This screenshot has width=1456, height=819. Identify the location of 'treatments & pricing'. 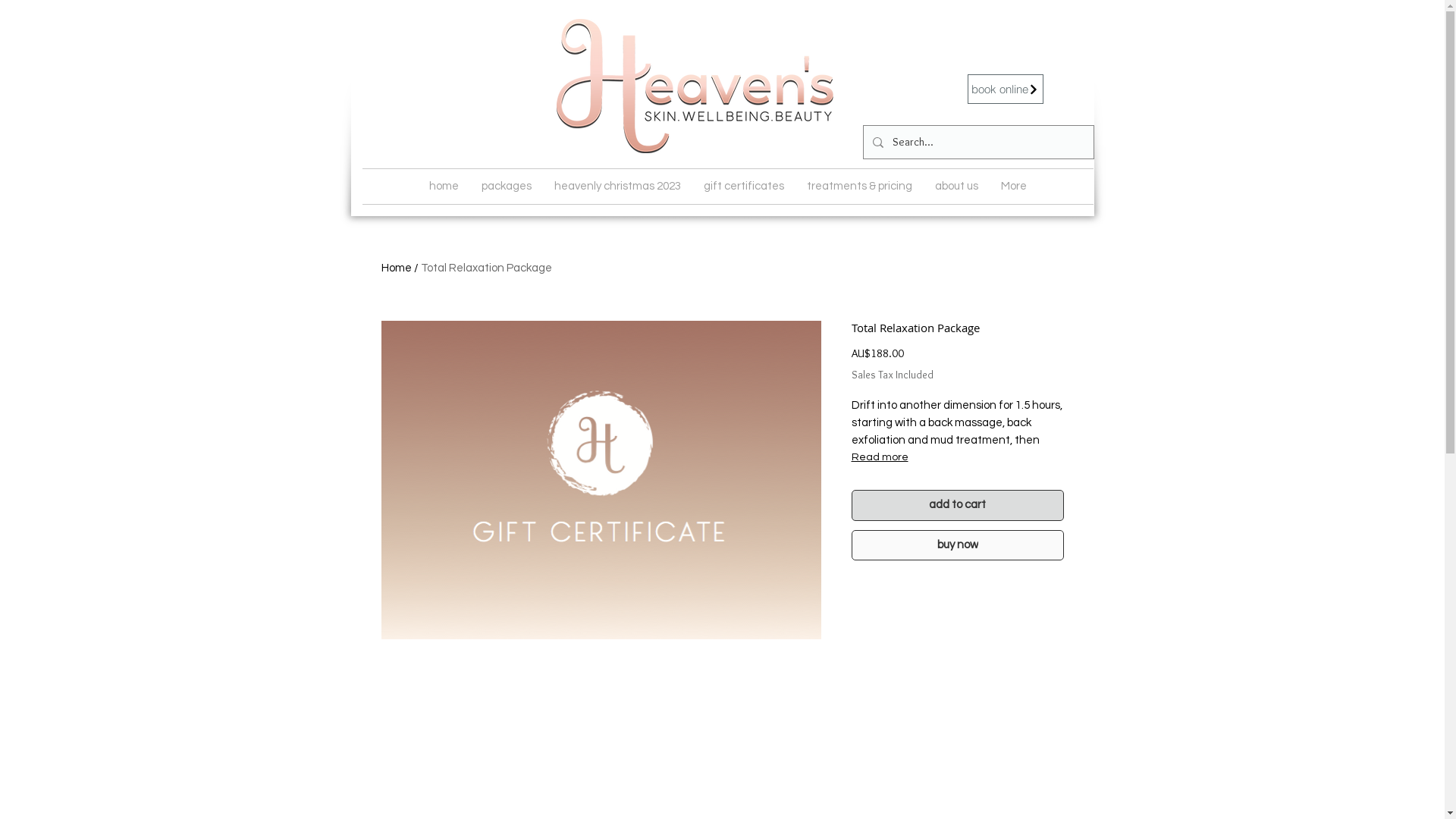
(858, 186).